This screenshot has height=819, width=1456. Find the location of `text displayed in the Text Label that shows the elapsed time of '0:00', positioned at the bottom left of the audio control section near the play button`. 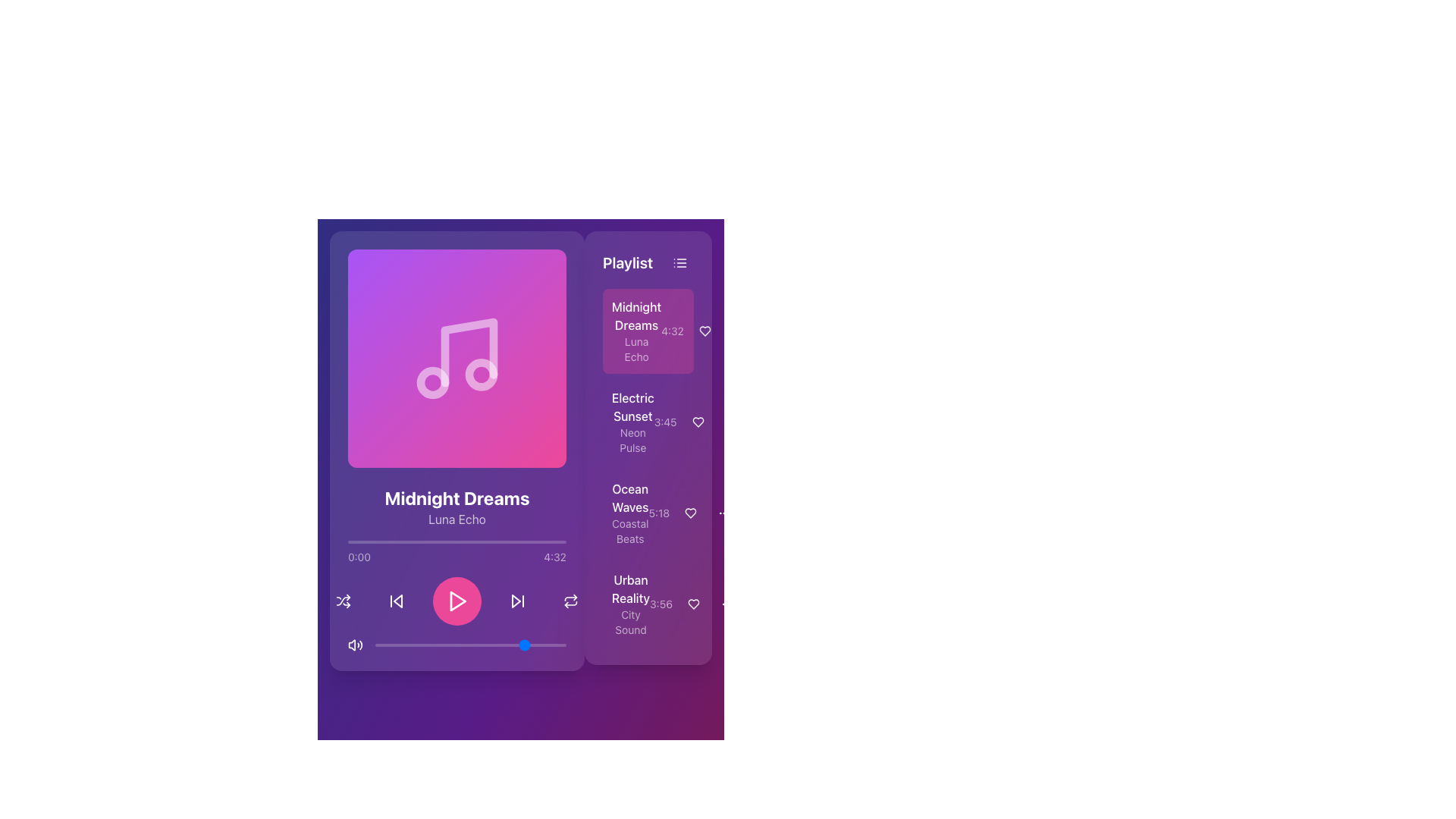

text displayed in the Text Label that shows the elapsed time of '0:00', positioned at the bottom left of the audio control section near the play button is located at coordinates (359, 557).